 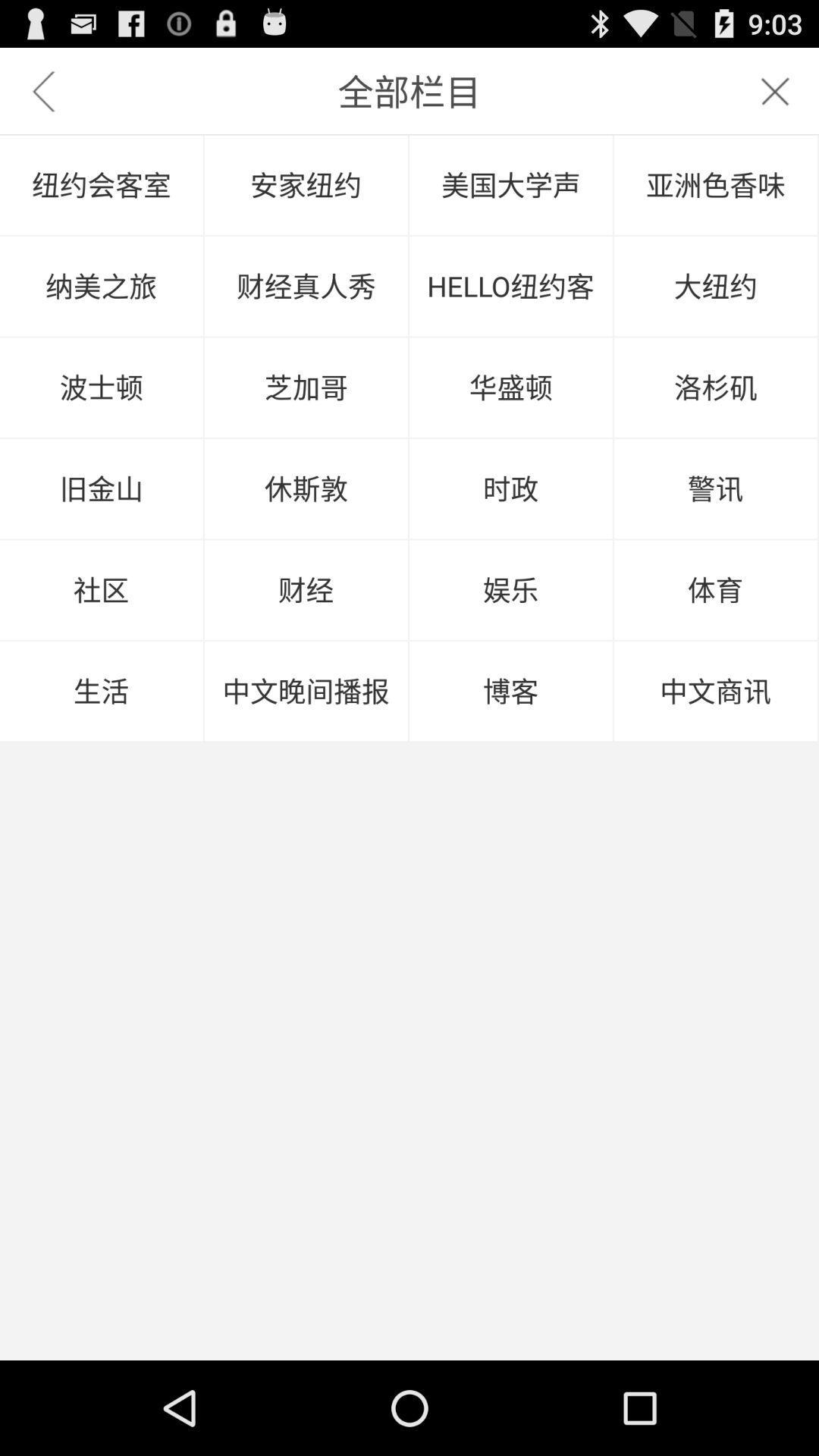 I want to click on the arrow_backward icon, so click(x=42, y=97).